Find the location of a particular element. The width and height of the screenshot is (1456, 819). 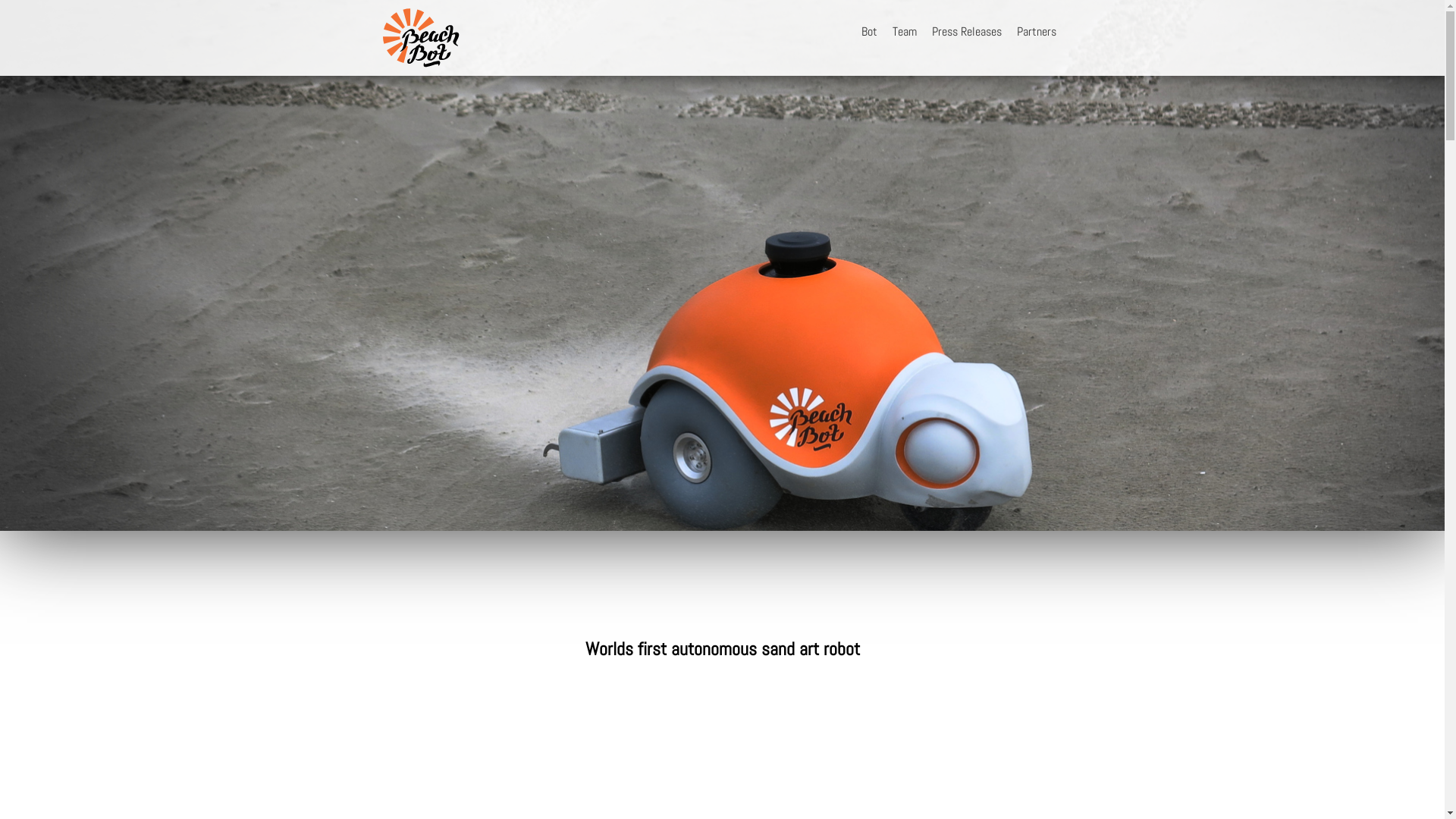

'Partners' is located at coordinates (1035, 31).